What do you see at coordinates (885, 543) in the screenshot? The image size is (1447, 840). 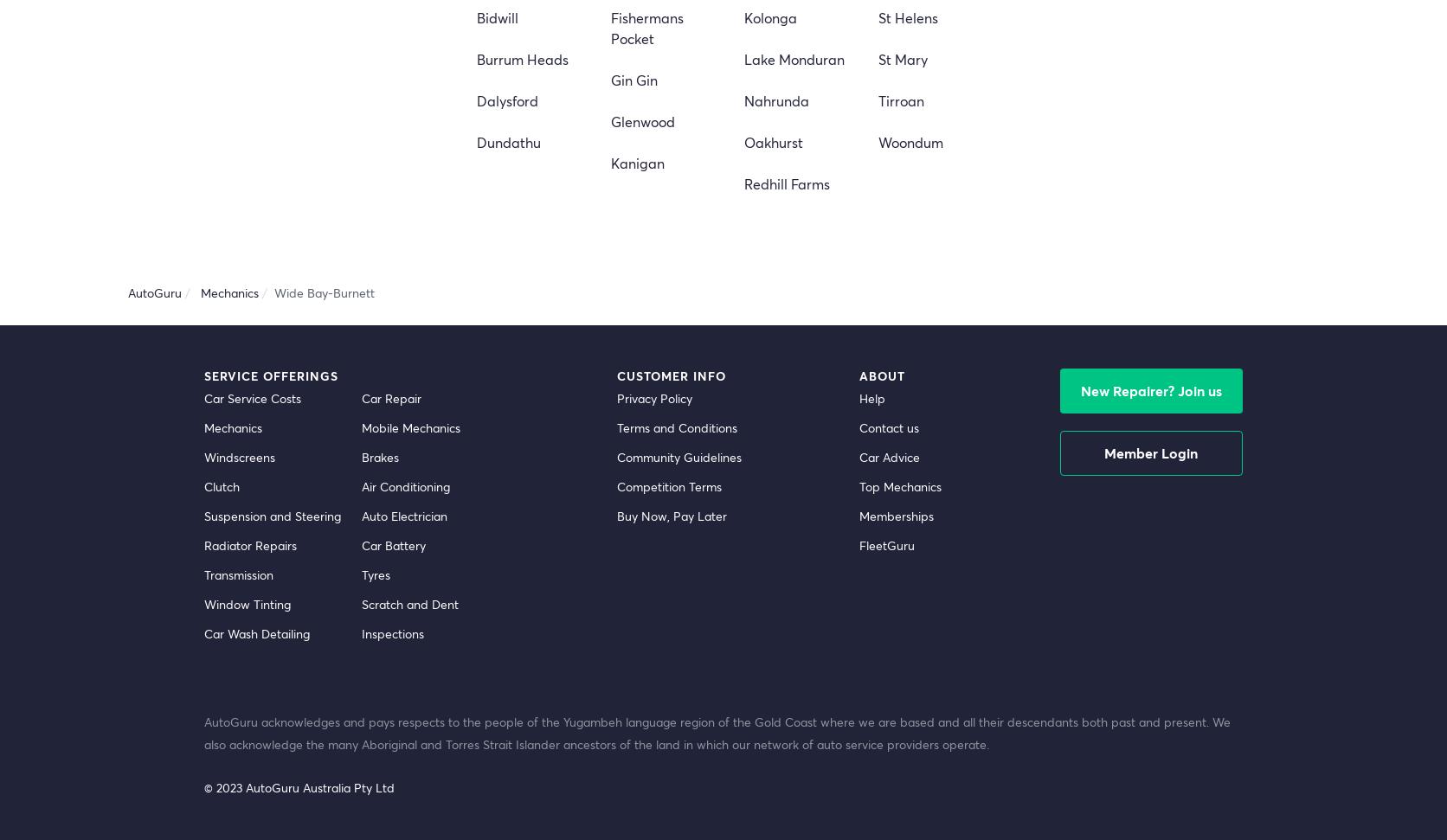 I see `'FleetGuru'` at bounding box center [885, 543].